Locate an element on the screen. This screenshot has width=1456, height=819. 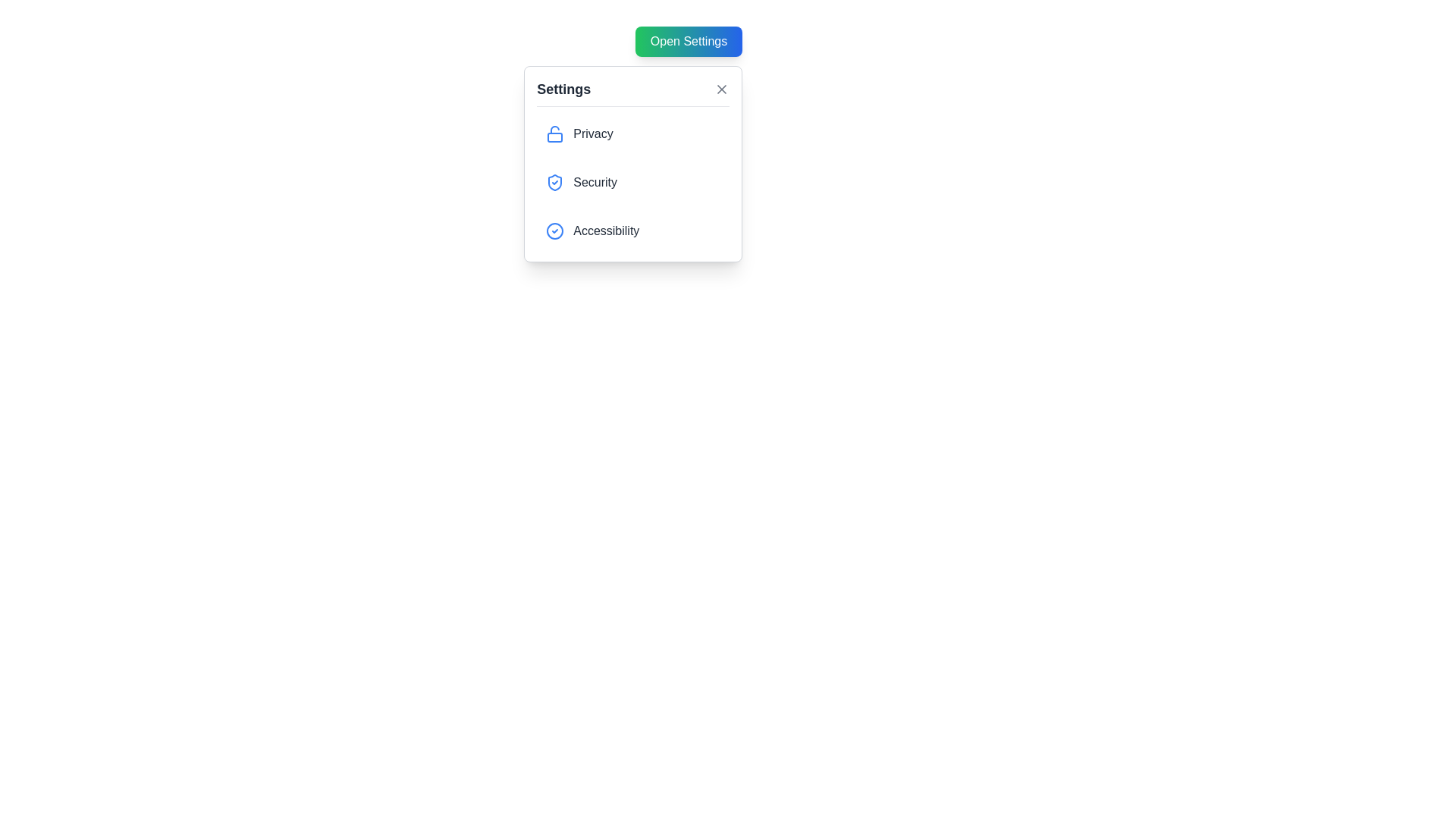
the rectangular button with a gradient background from green to blue that contains the white text 'Open Settings' is located at coordinates (688, 40).